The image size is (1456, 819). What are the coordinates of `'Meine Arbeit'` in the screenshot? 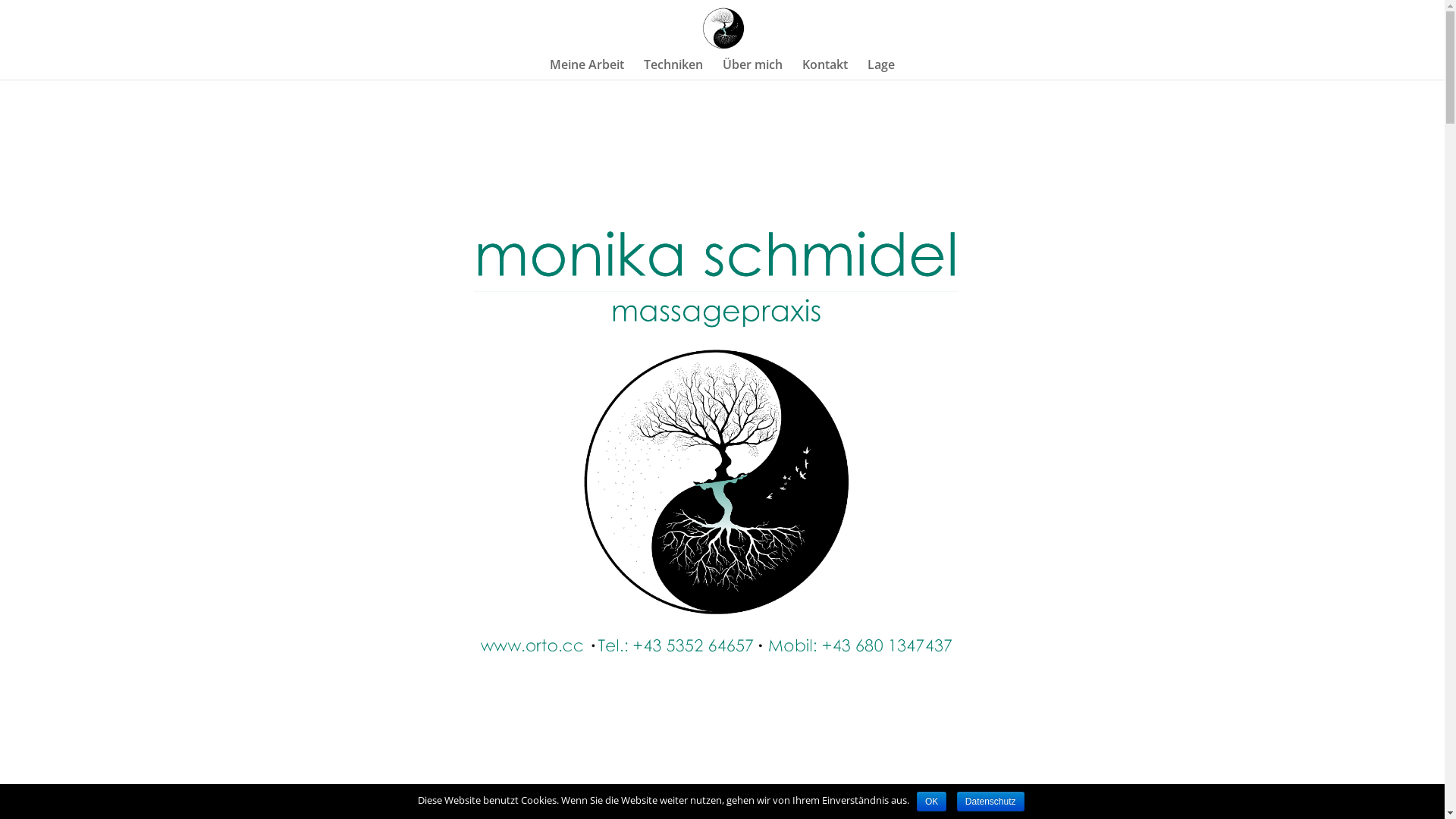 It's located at (548, 69).